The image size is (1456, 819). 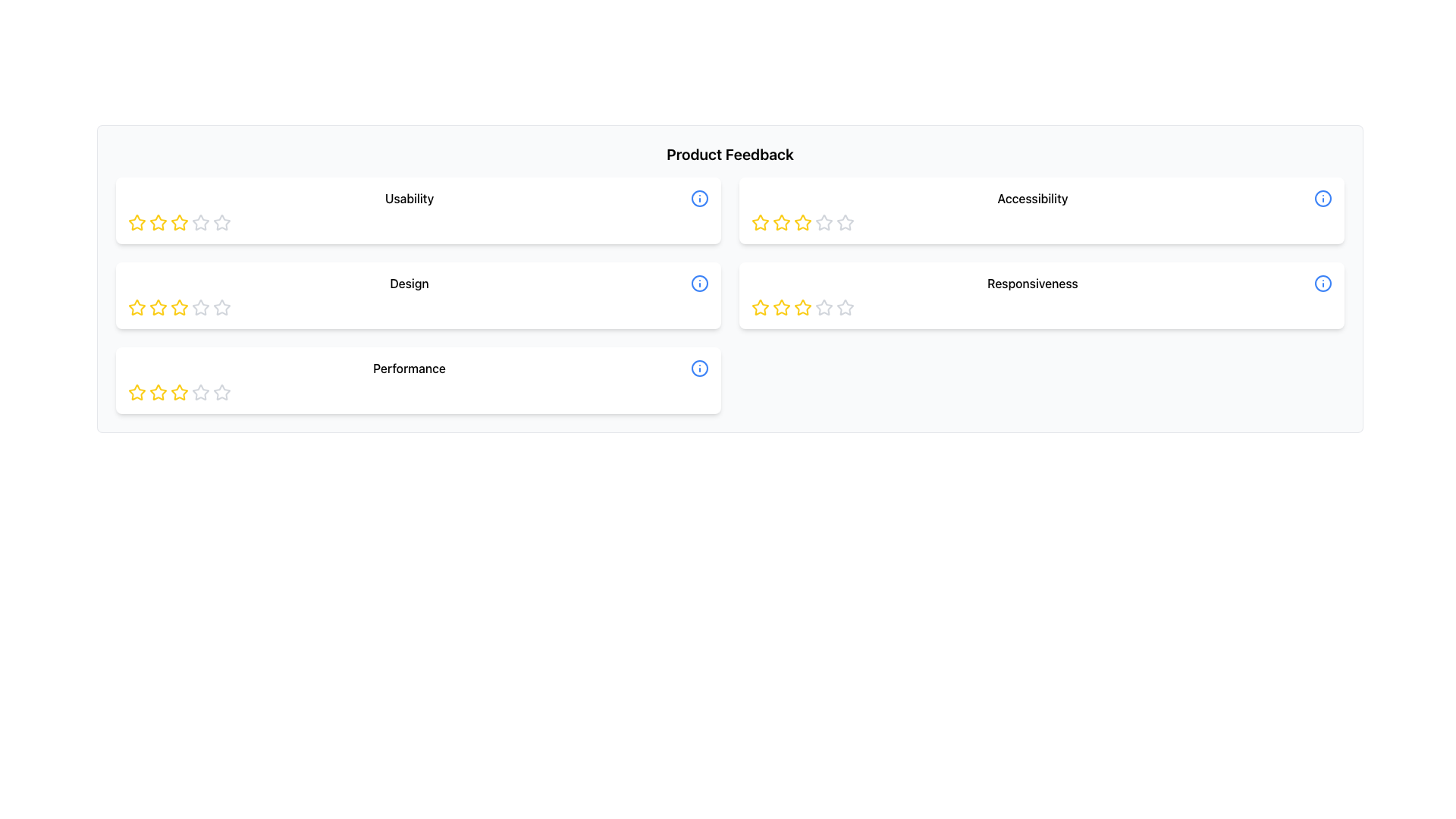 I want to click on the first Rating Star icon representing the 'Responsiveness' category, so click(x=761, y=307).